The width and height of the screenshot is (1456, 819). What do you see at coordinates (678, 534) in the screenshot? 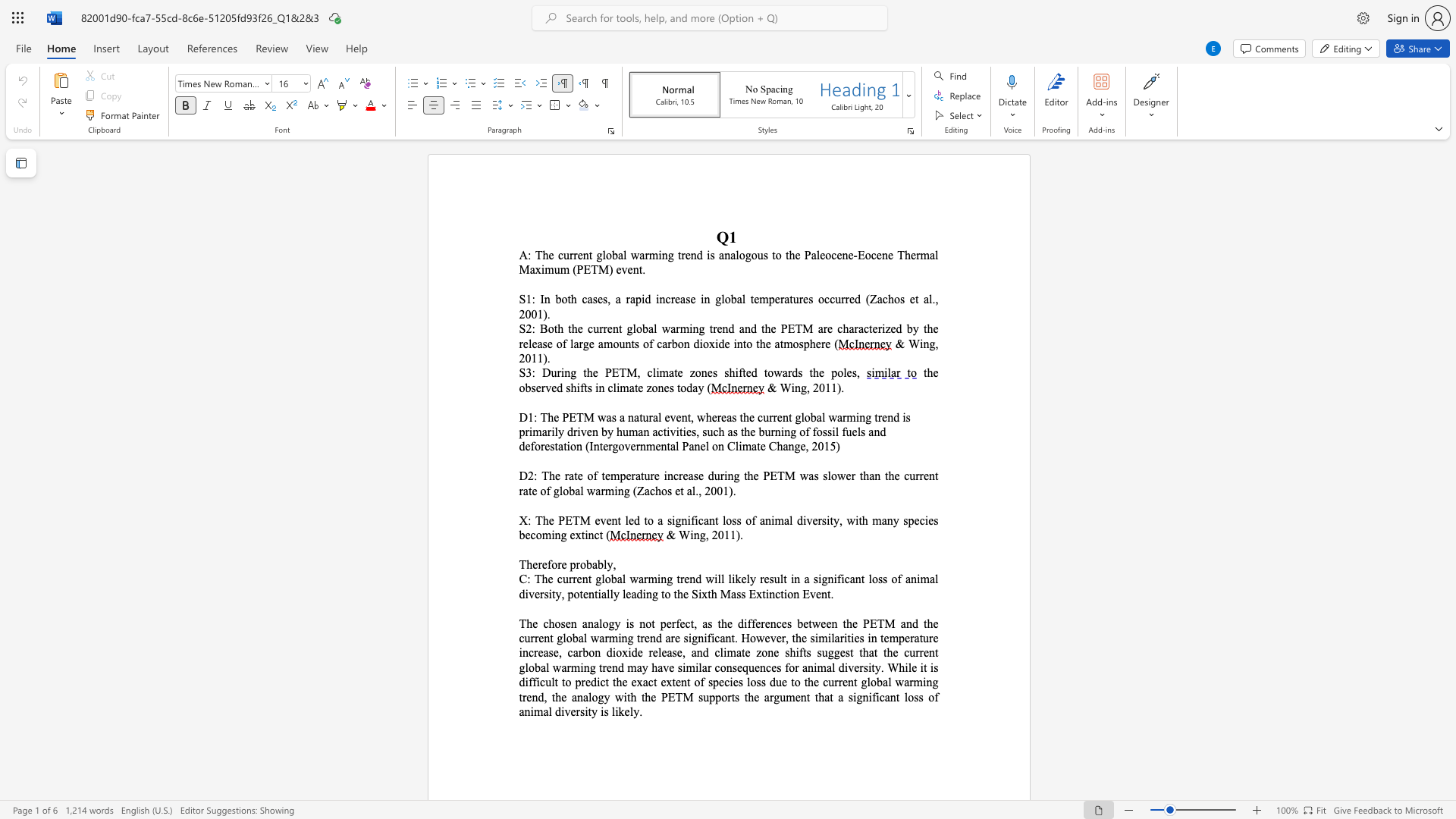
I see `the subset text "Wing" within the text "& Wing, 2011)."` at bounding box center [678, 534].